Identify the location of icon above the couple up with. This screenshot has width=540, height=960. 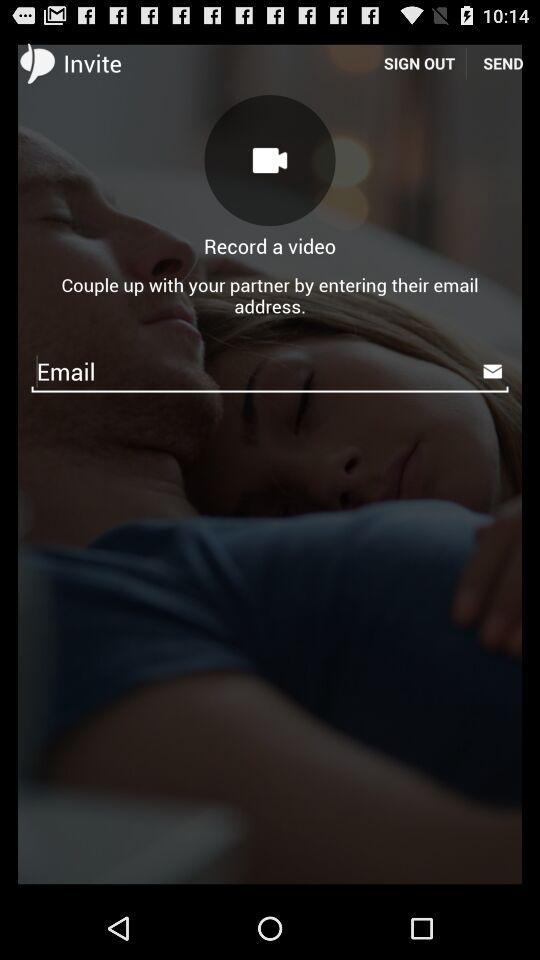
(502, 62).